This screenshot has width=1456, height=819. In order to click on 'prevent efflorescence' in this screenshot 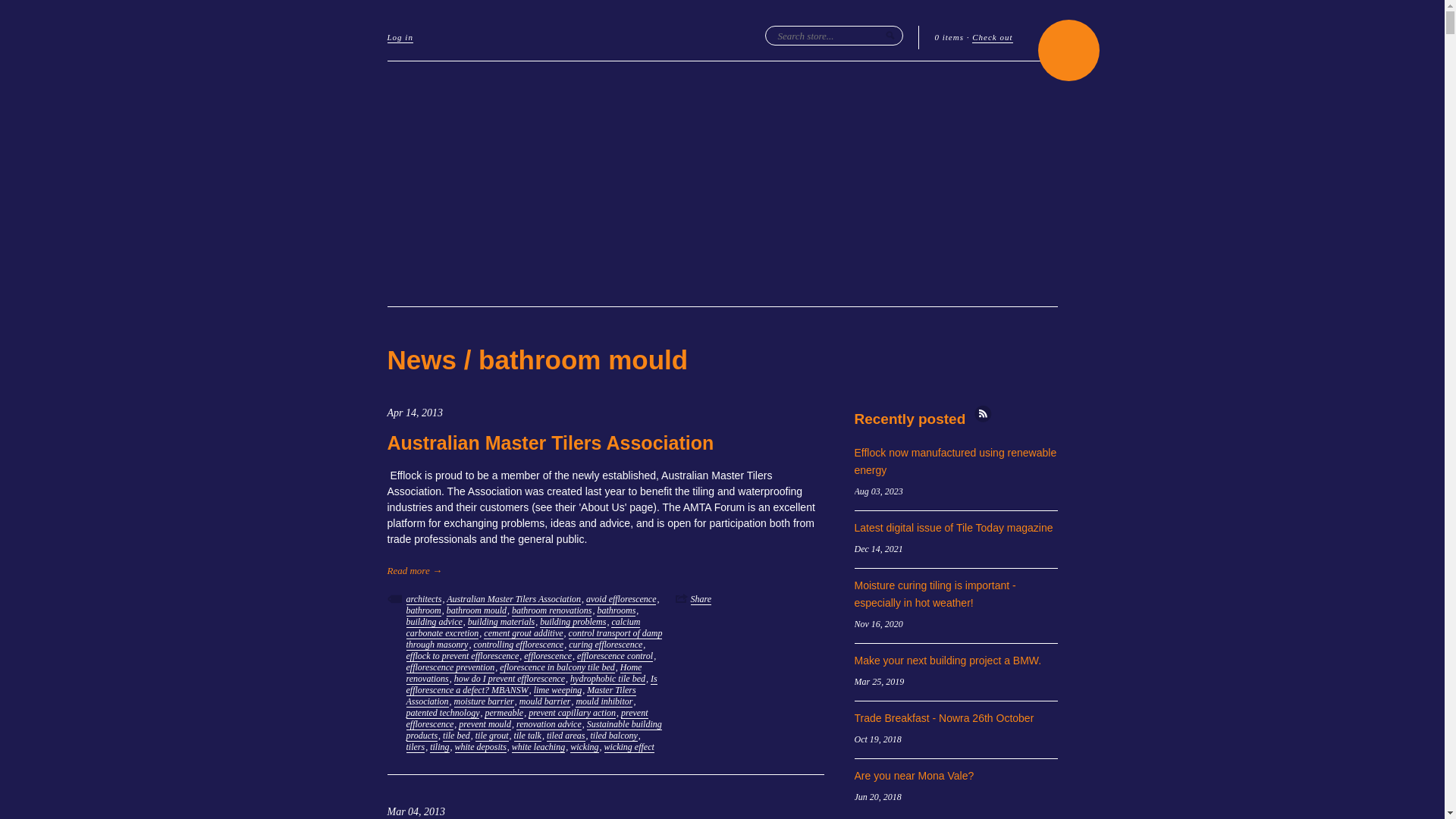, I will do `click(527, 718)`.